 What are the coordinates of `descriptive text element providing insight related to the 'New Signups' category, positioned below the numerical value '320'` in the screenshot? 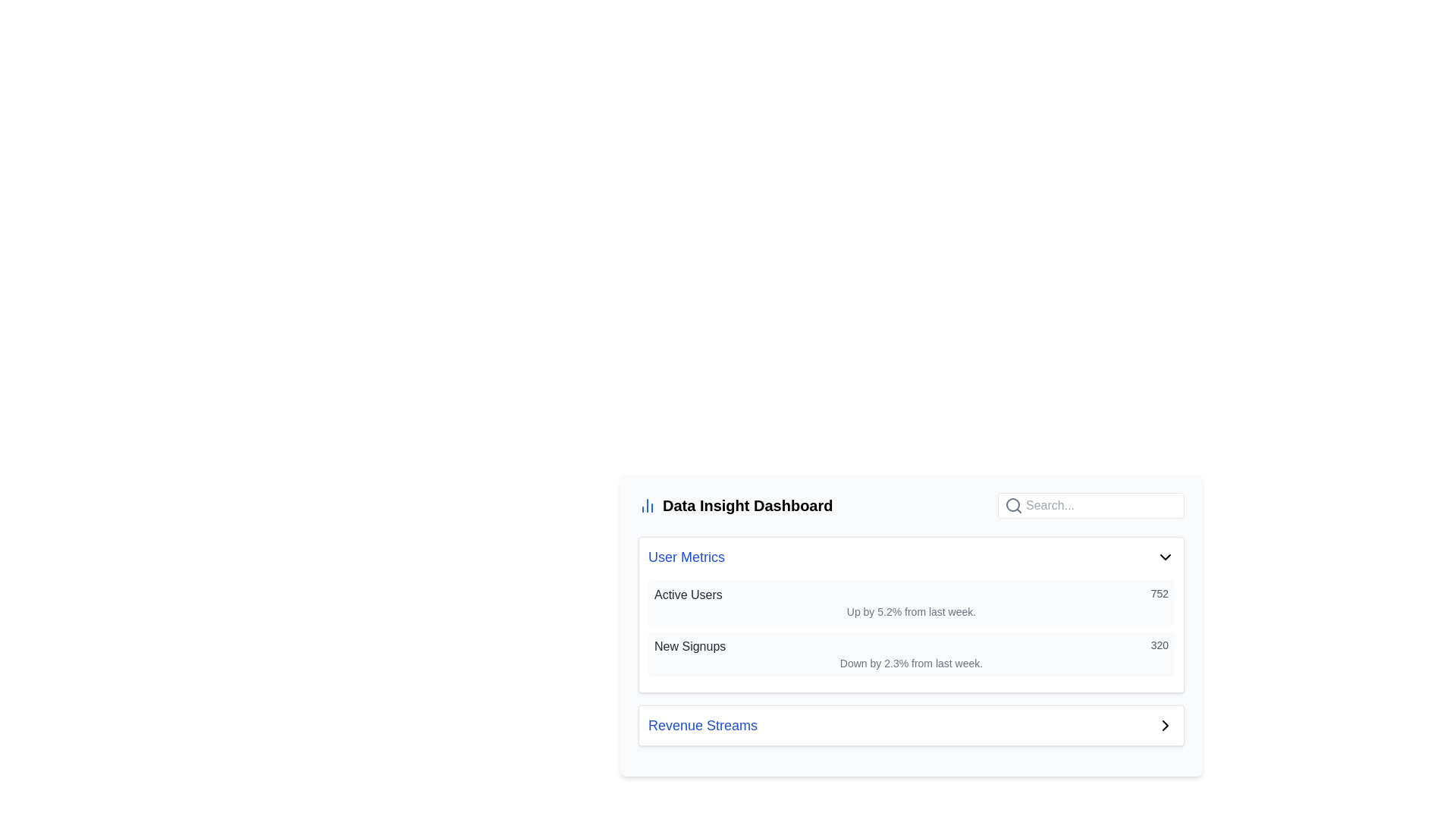 It's located at (910, 663).